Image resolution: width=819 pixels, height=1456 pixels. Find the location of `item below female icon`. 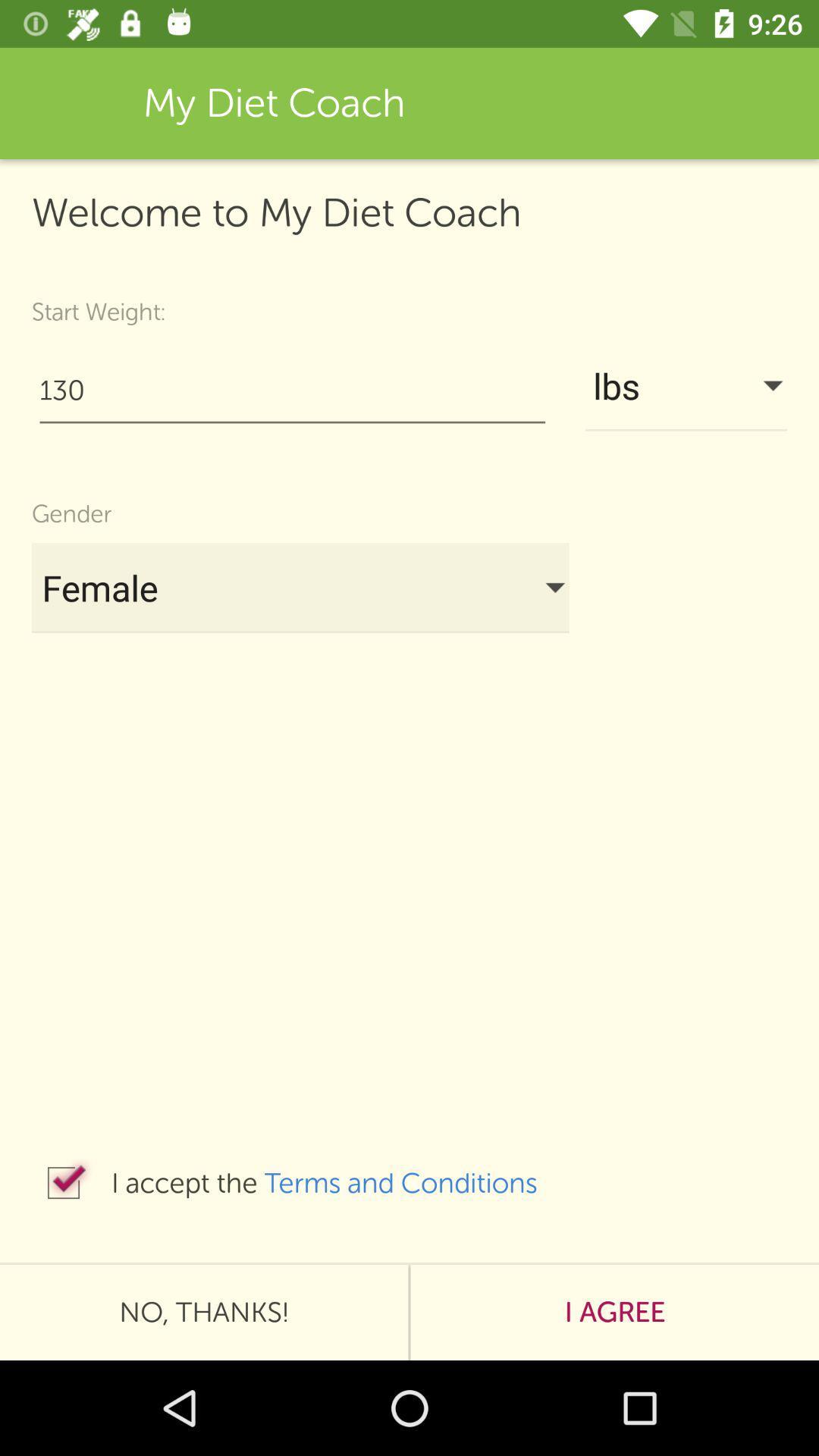

item below female icon is located at coordinates (416, 1182).